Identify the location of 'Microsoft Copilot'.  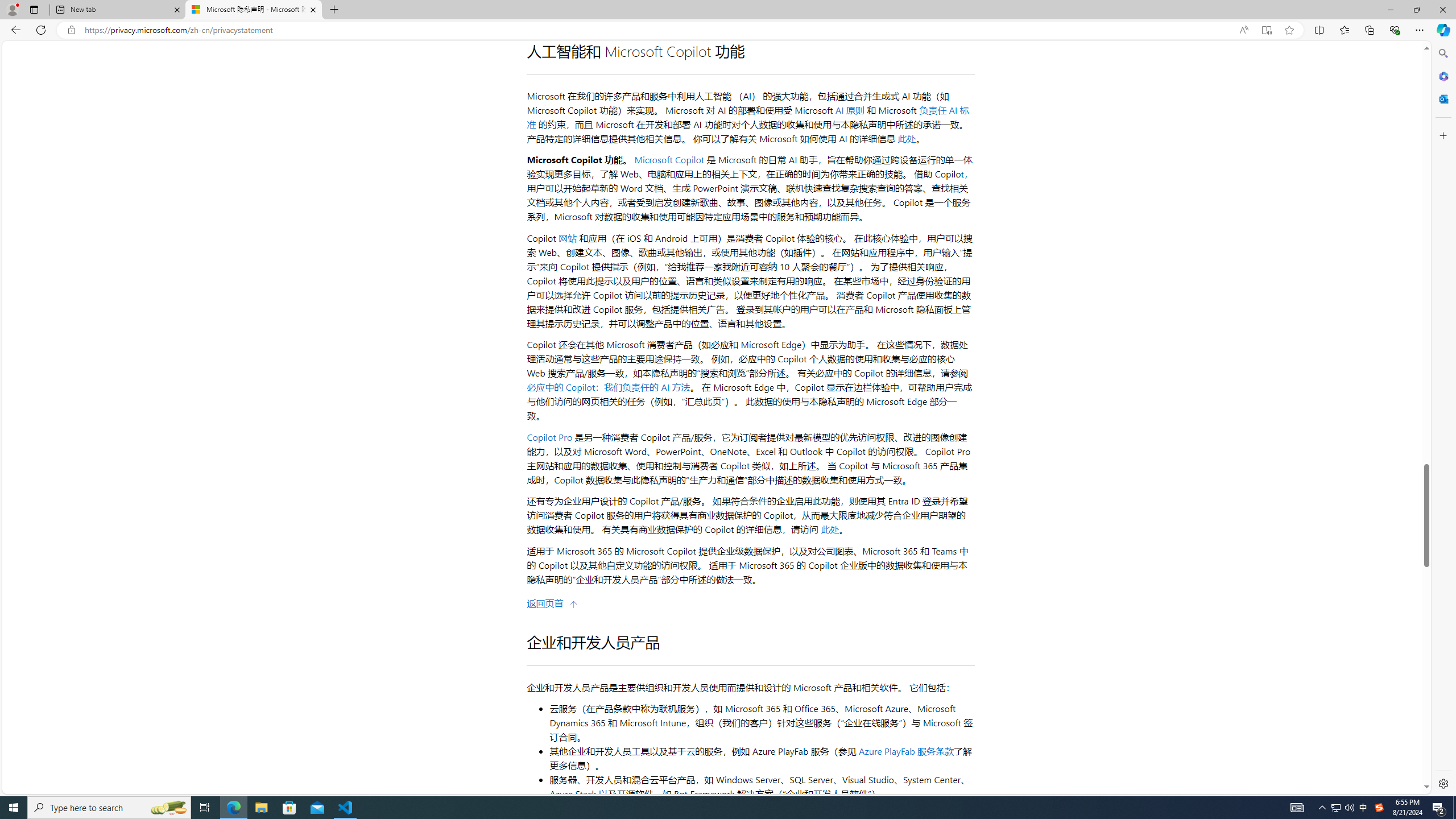
(669, 159).